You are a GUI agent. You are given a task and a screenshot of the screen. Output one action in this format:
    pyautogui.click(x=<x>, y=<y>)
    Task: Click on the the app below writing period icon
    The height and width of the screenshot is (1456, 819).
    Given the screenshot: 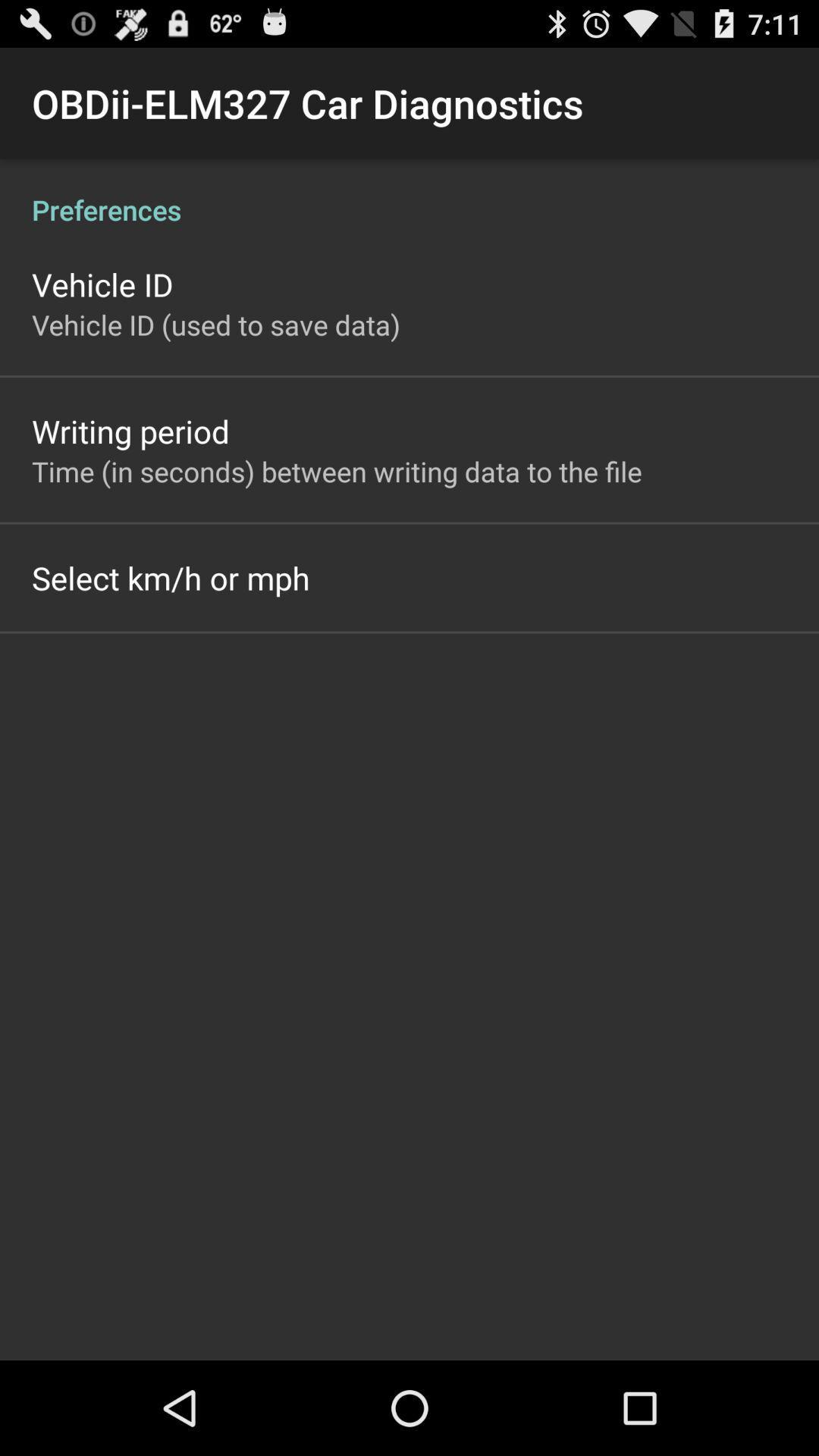 What is the action you would take?
    pyautogui.click(x=336, y=470)
    